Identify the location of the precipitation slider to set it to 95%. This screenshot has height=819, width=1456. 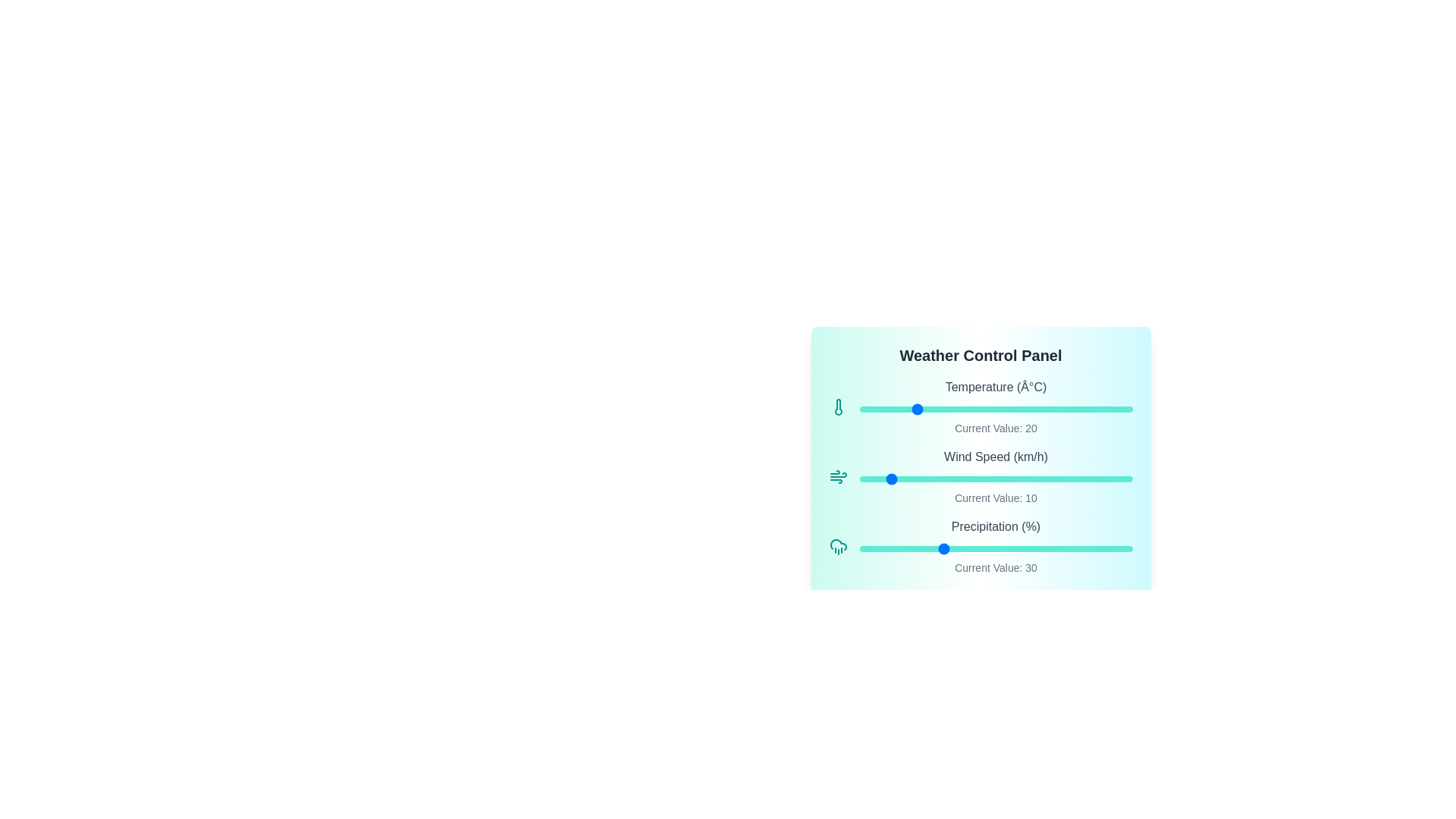
(1119, 549).